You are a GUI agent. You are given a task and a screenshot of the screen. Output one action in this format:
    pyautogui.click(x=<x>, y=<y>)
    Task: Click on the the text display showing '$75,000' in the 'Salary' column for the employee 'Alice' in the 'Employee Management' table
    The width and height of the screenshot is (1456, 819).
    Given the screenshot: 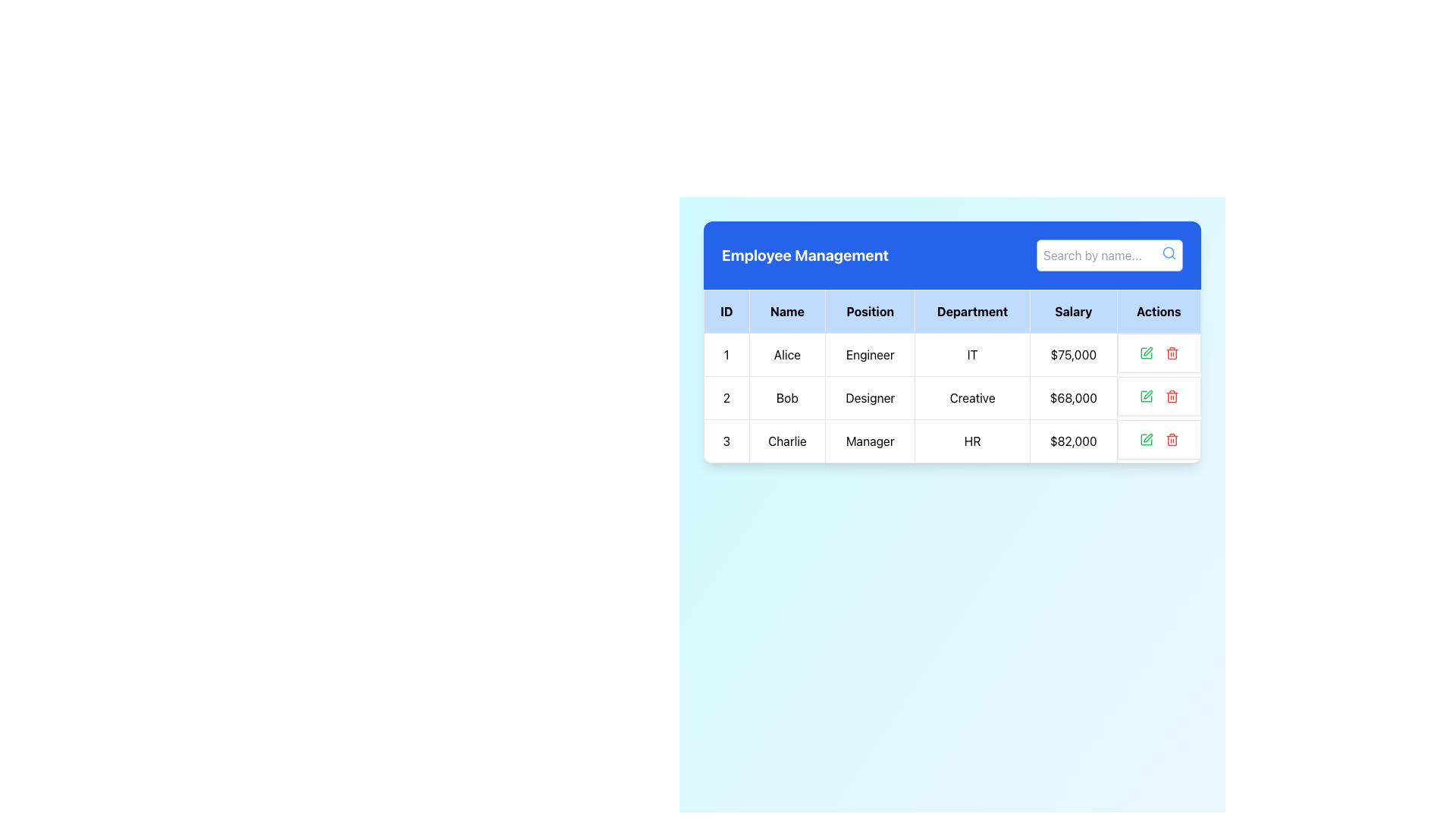 What is the action you would take?
    pyautogui.click(x=1072, y=354)
    